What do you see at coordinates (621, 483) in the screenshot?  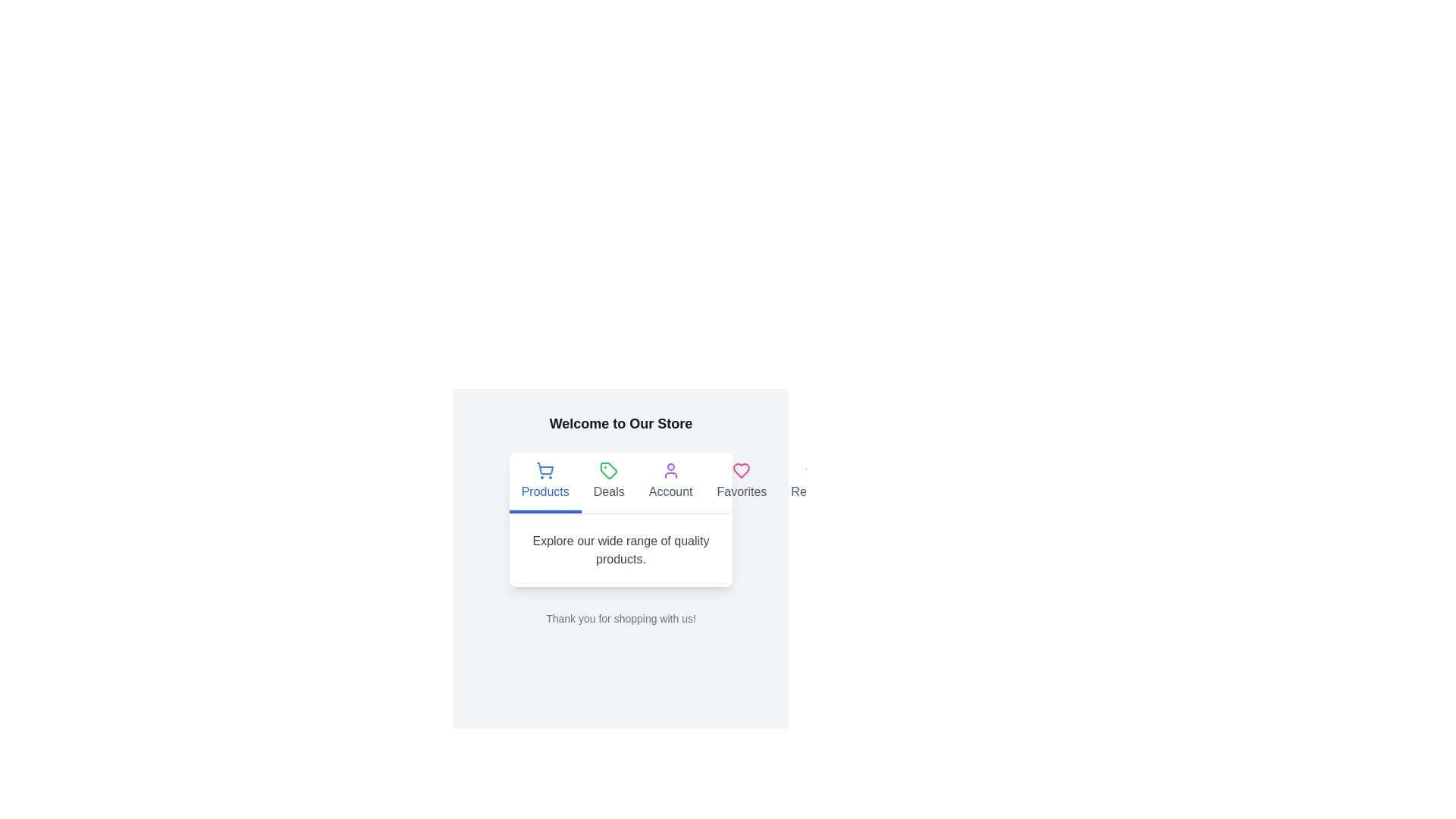 I see `the Navigation menu located below the title 'Welcome to Our Store' and above the description text` at bounding box center [621, 483].